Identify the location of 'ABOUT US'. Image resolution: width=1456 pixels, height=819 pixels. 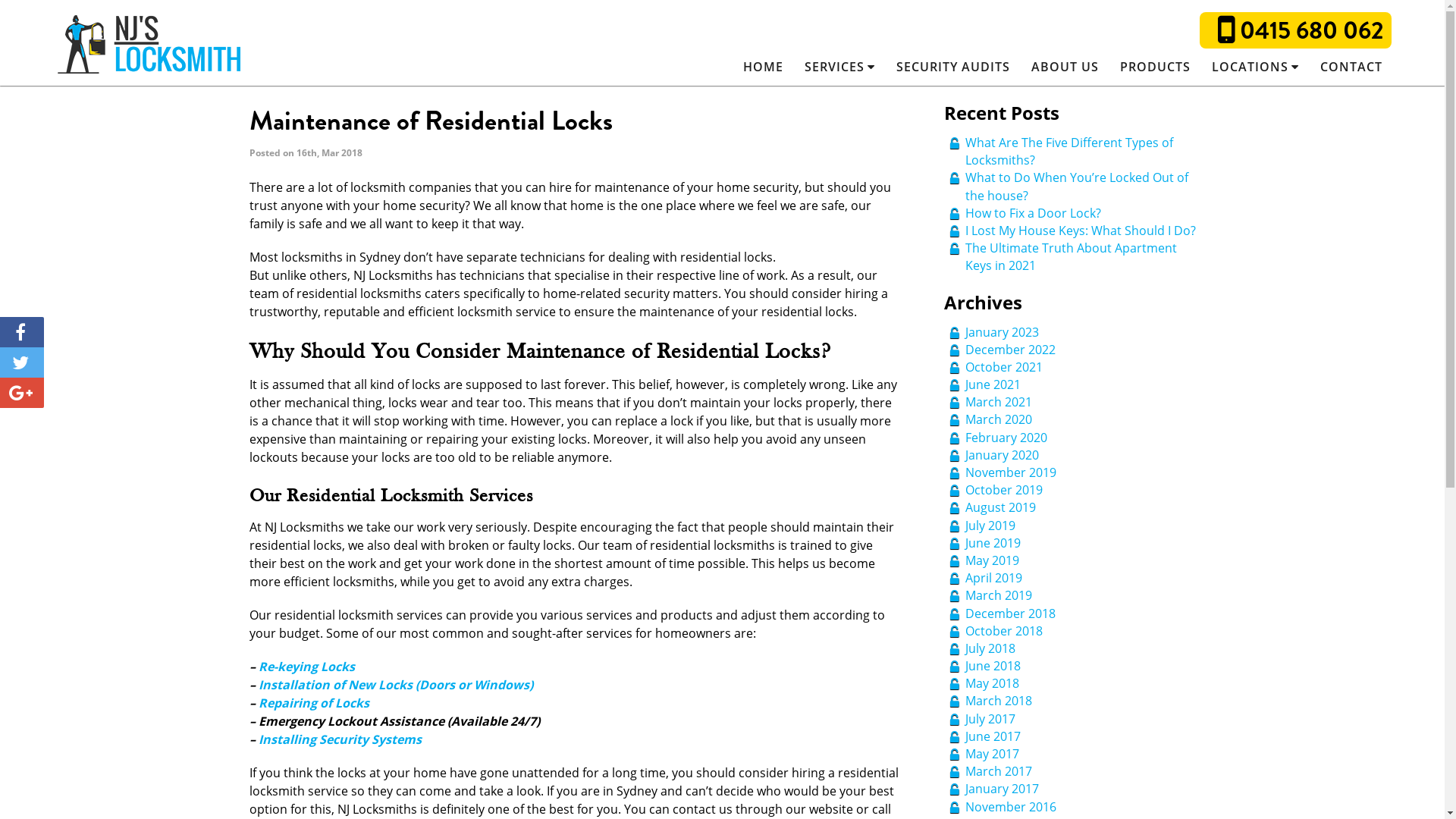
(1064, 66).